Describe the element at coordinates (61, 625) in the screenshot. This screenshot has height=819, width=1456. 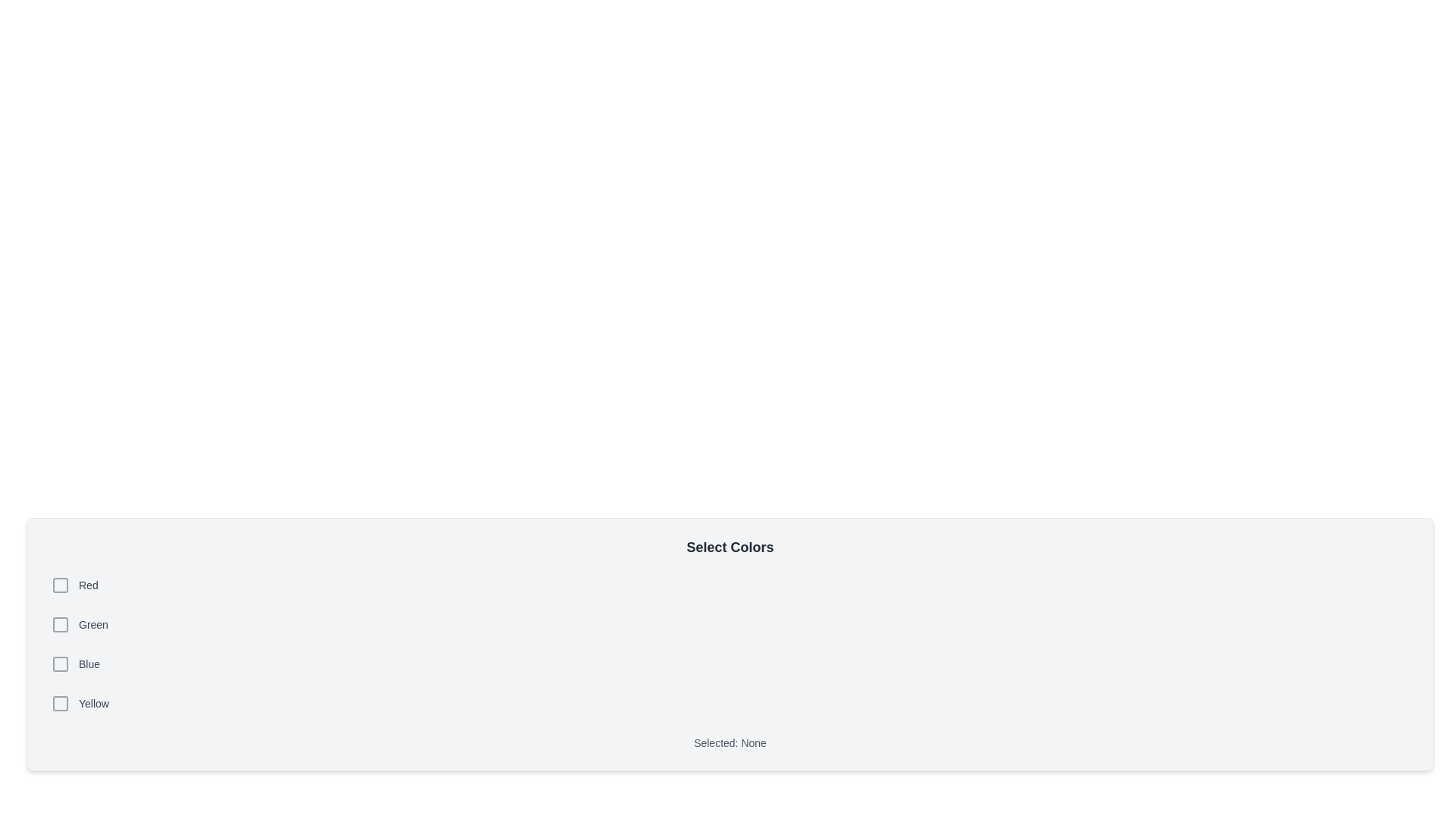
I see `the checkbox for the color 'Green'` at that location.